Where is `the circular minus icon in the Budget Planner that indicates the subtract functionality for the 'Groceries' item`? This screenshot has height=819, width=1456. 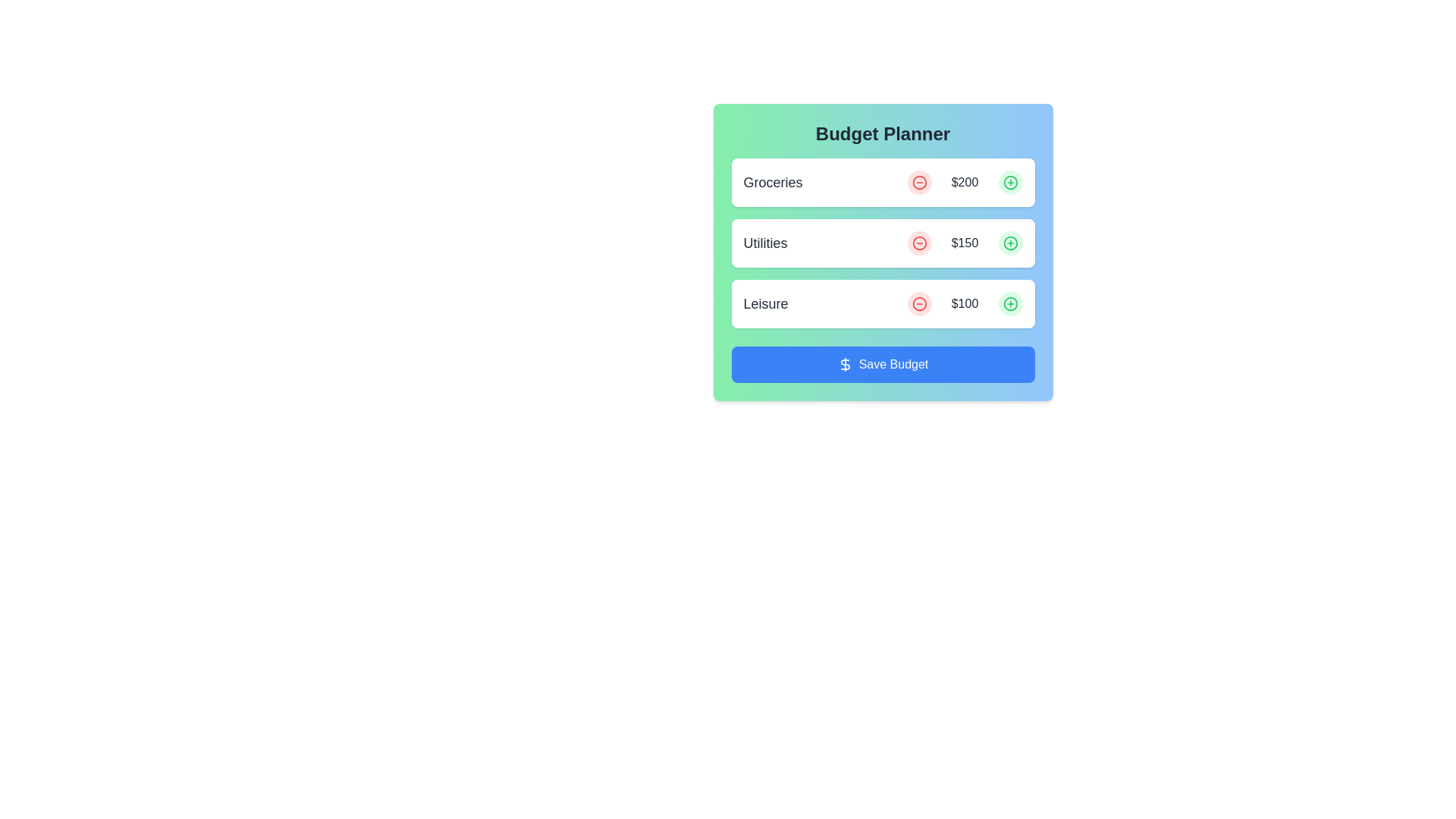
the circular minus icon in the Budget Planner that indicates the subtract functionality for the 'Groceries' item is located at coordinates (918, 181).